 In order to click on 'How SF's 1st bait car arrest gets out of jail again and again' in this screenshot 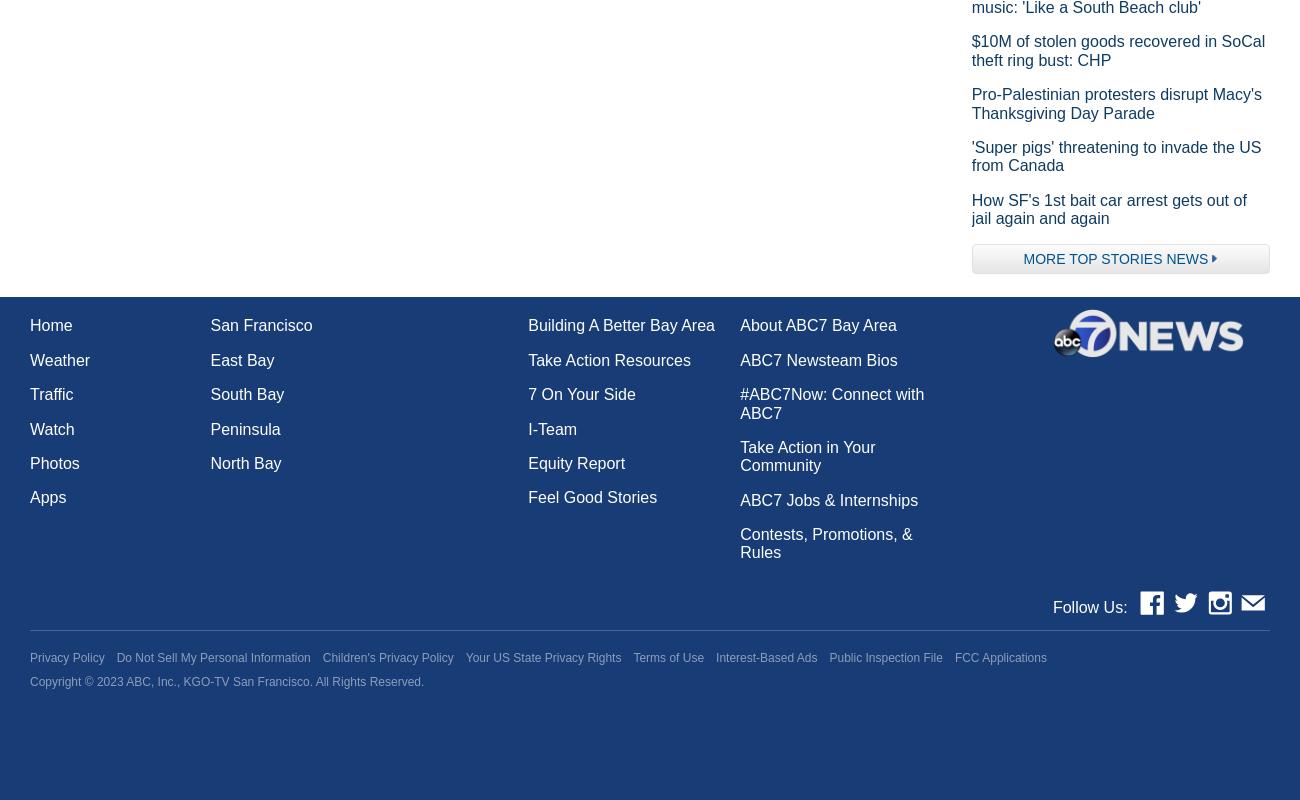, I will do `click(970, 208)`.